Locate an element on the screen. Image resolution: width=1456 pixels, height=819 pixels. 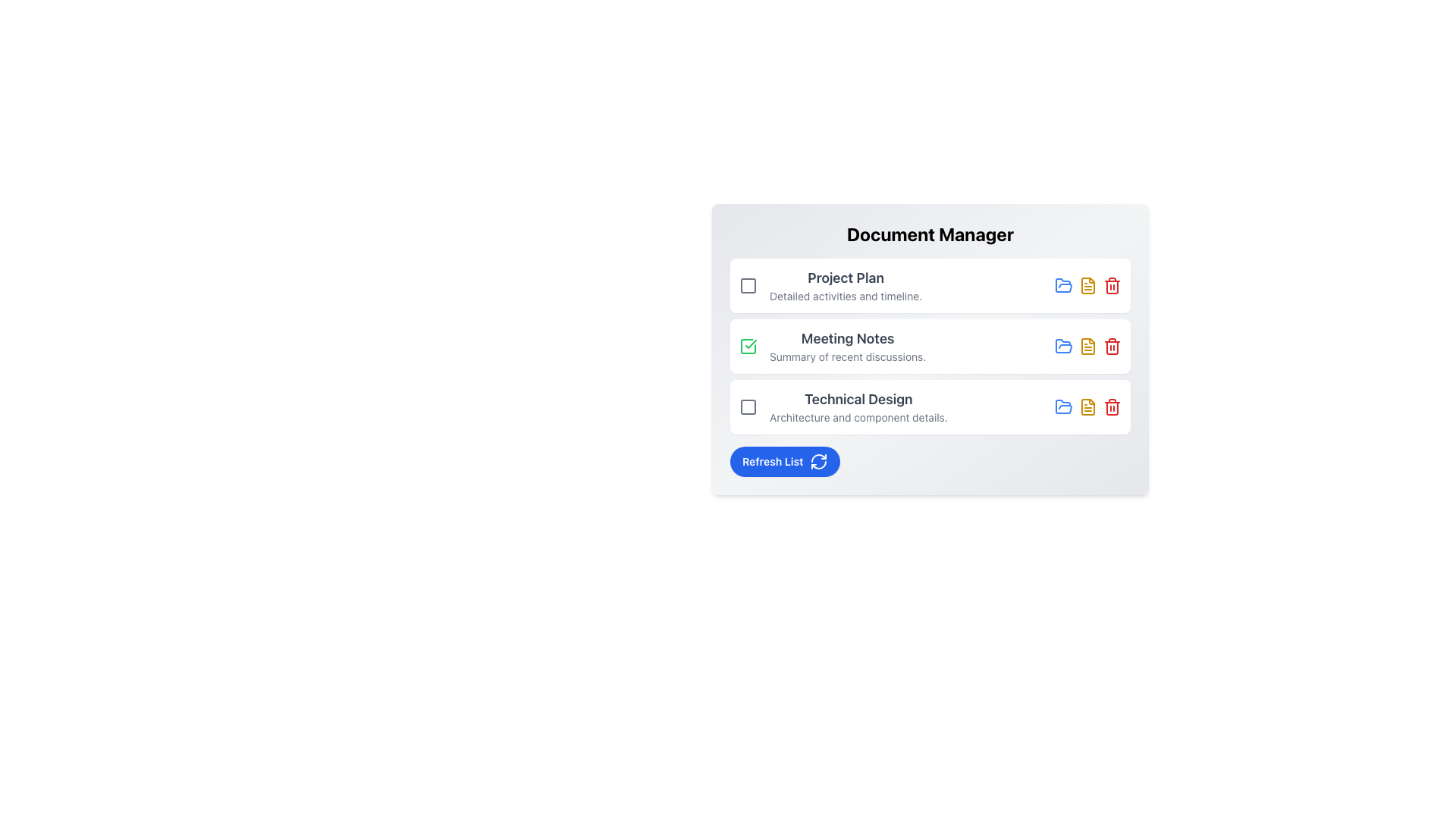
the refresh button located at the bottom of the 'Document Manager' is located at coordinates (785, 461).